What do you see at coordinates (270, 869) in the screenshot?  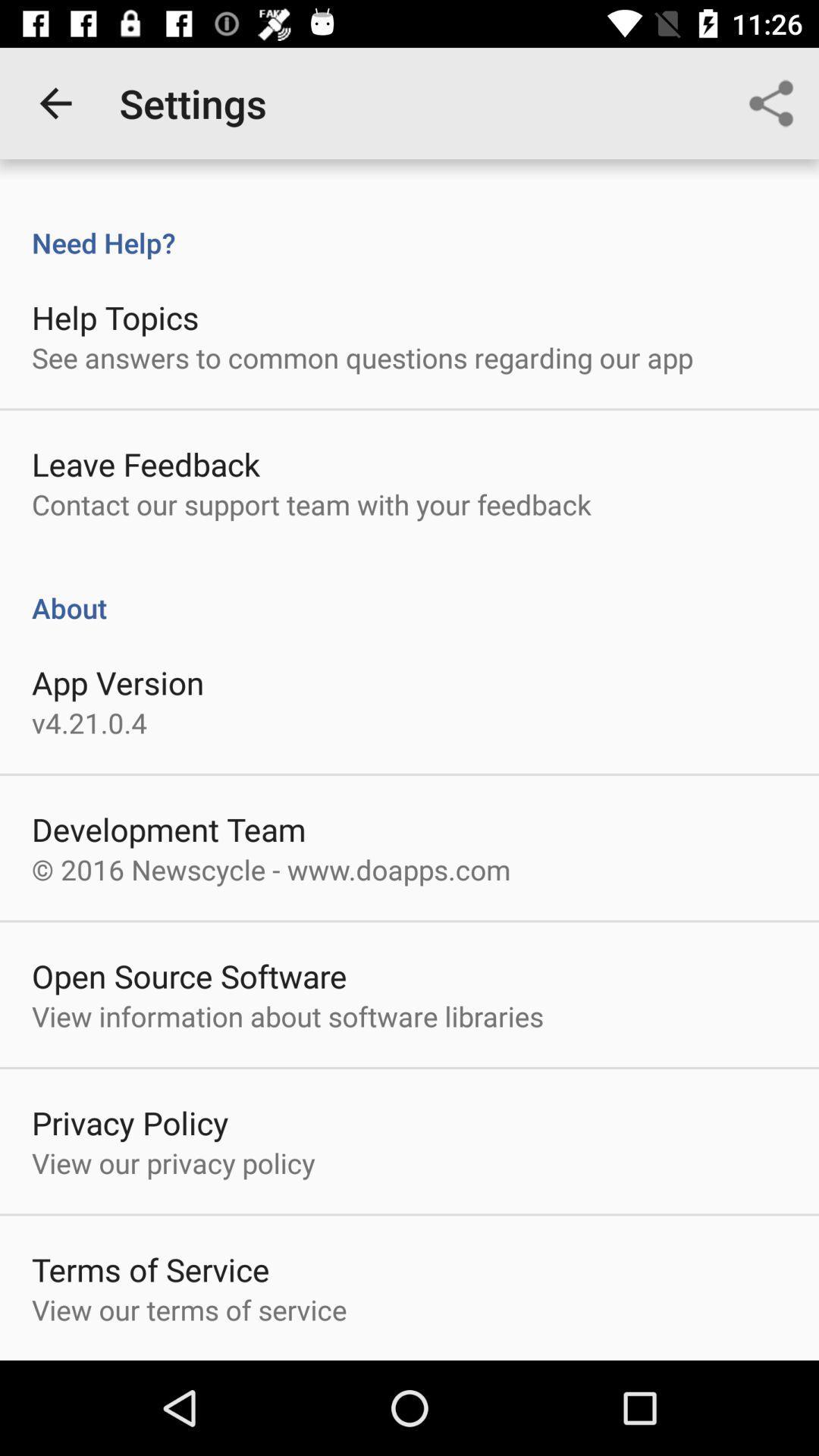 I see `icon above the open source software item` at bounding box center [270, 869].